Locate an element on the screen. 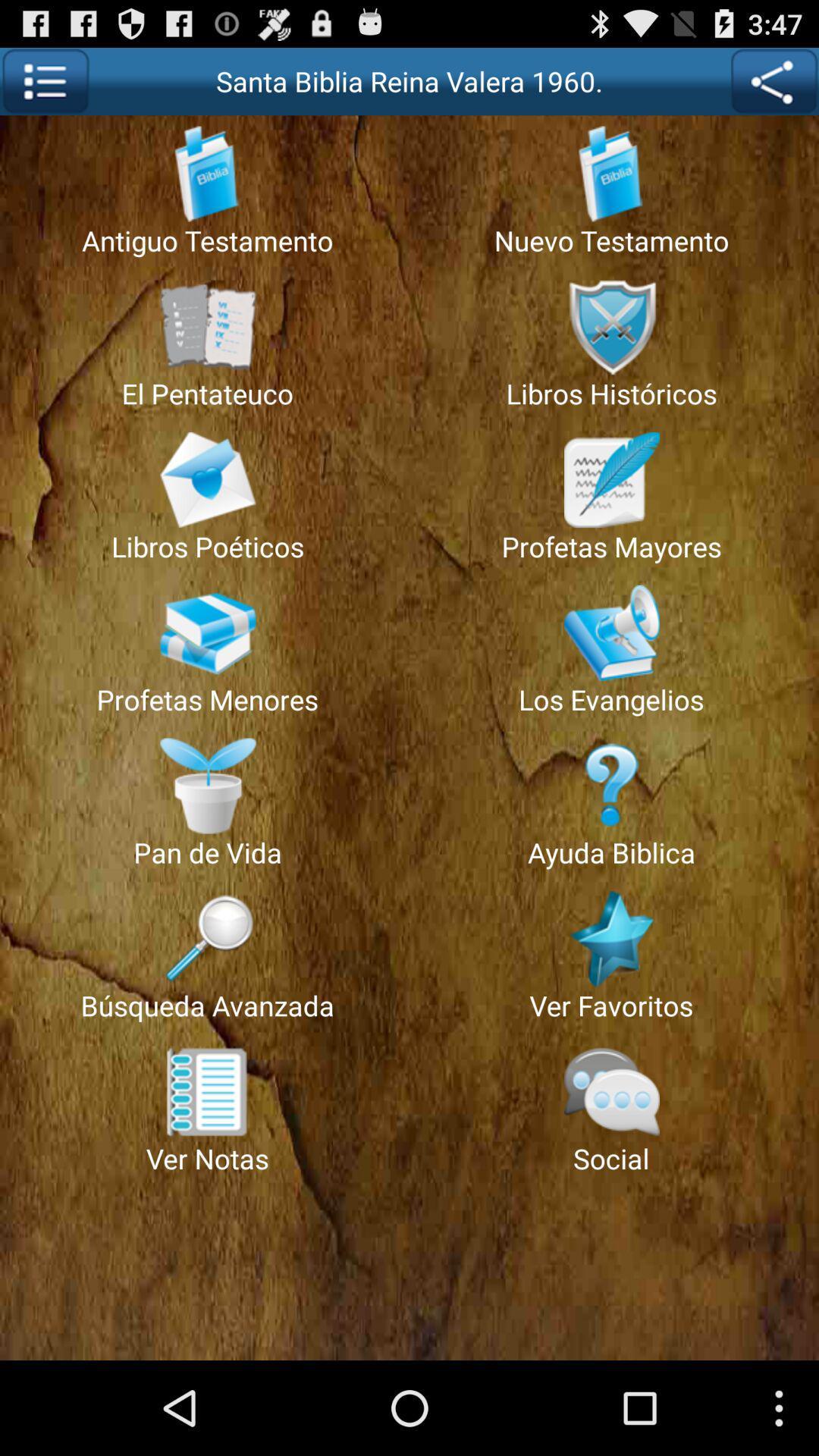 The height and width of the screenshot is (1456, 819). share the article is located at coordinates (773, 80).